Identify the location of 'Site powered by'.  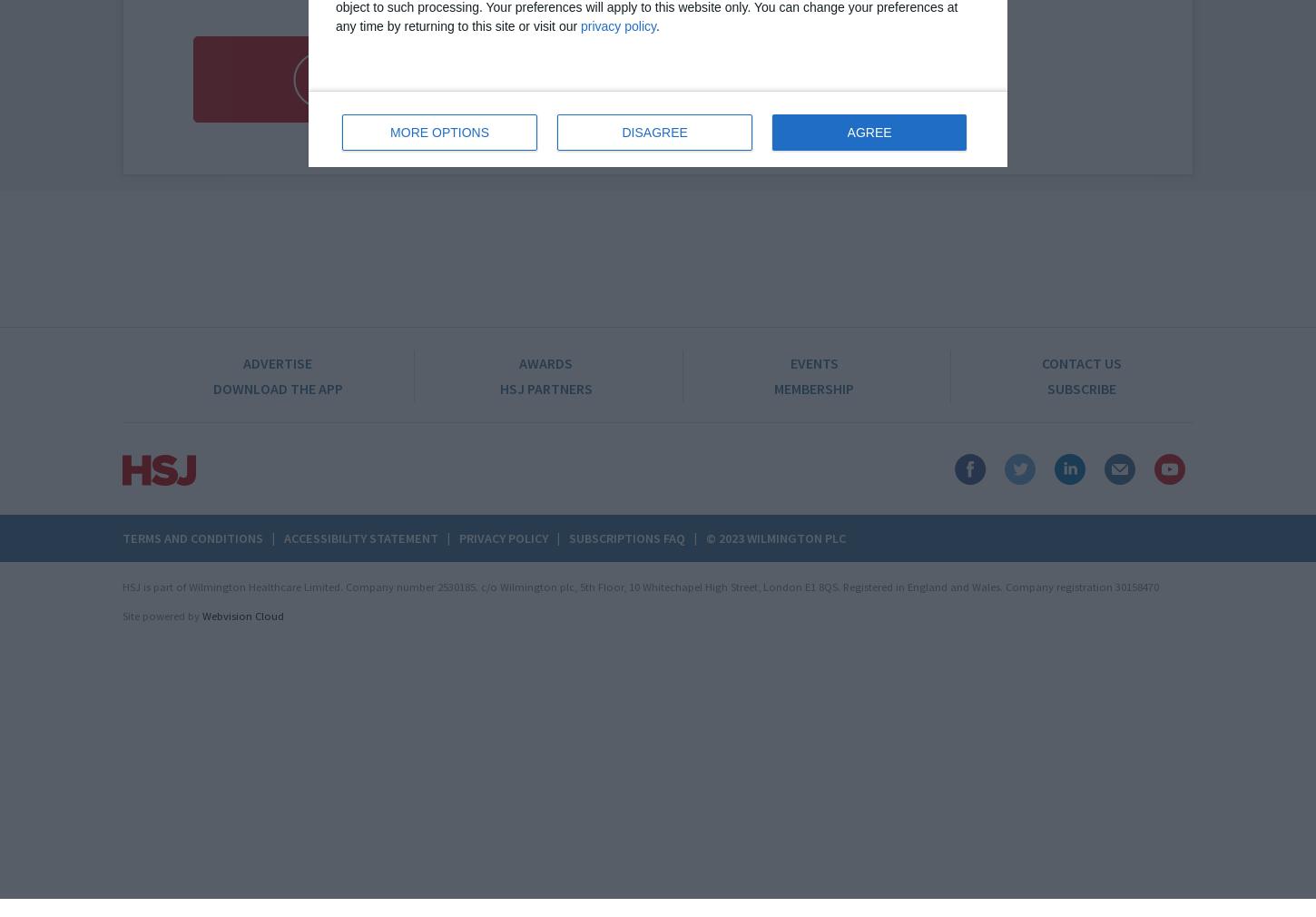
(161, 615).